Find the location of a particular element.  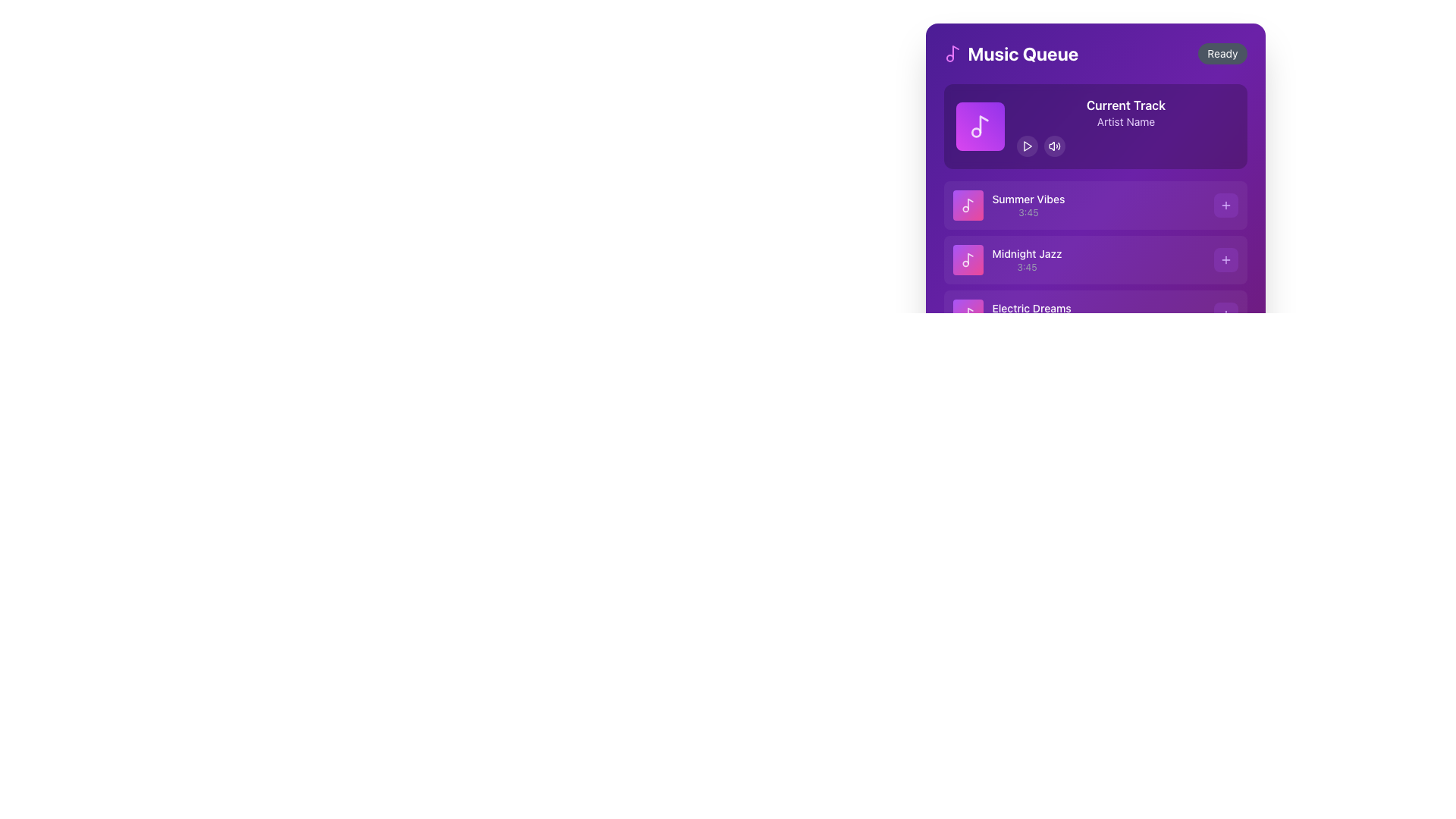

the '+' button on the 'Summer Vibes' track item in the 'Music Queue' section is located at coordinates (1095, 205).